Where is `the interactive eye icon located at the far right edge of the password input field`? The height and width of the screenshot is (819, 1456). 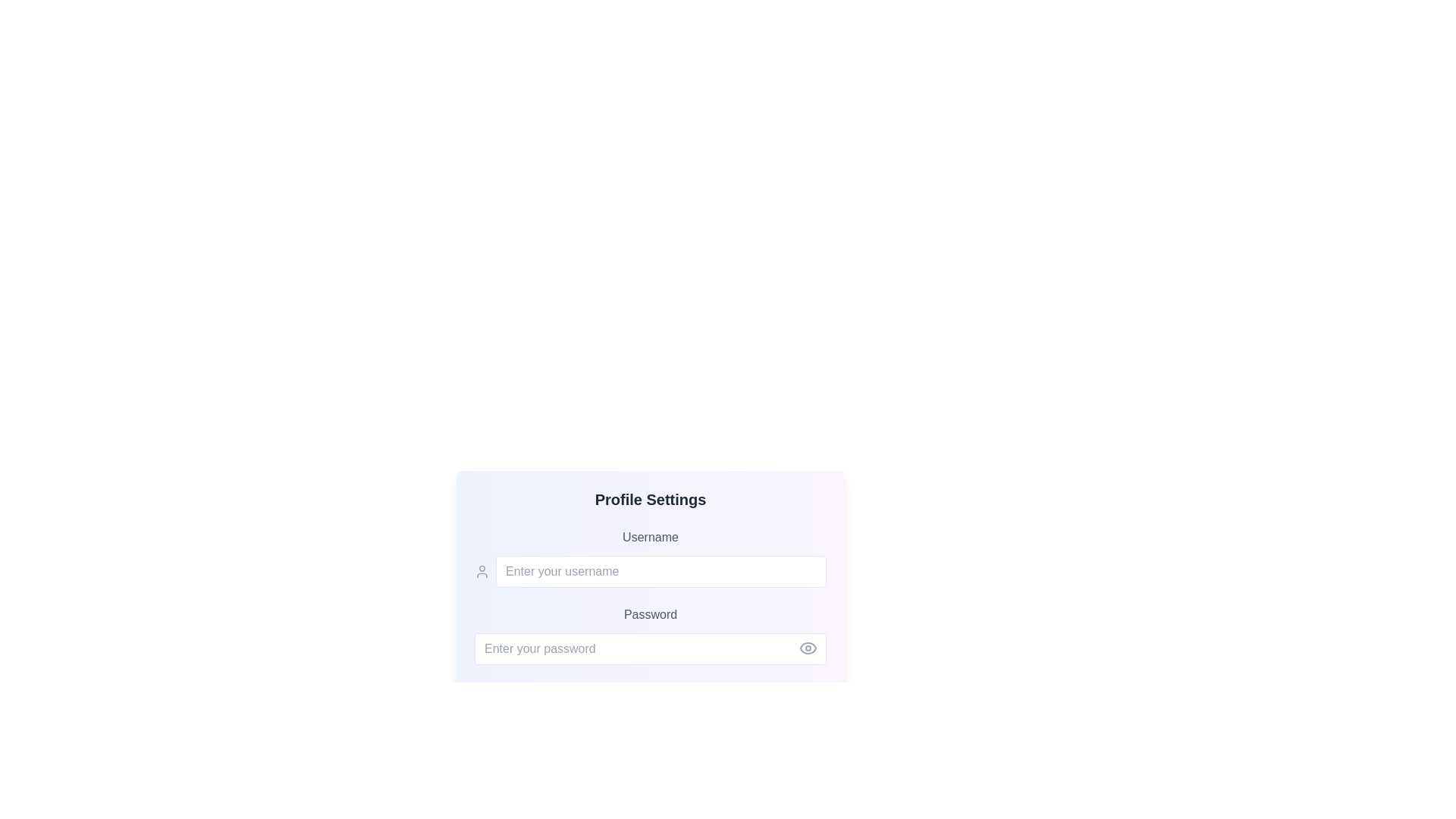 the interactive eye icon located at the far right edge of the password input field is located at coordinates (807, 648).